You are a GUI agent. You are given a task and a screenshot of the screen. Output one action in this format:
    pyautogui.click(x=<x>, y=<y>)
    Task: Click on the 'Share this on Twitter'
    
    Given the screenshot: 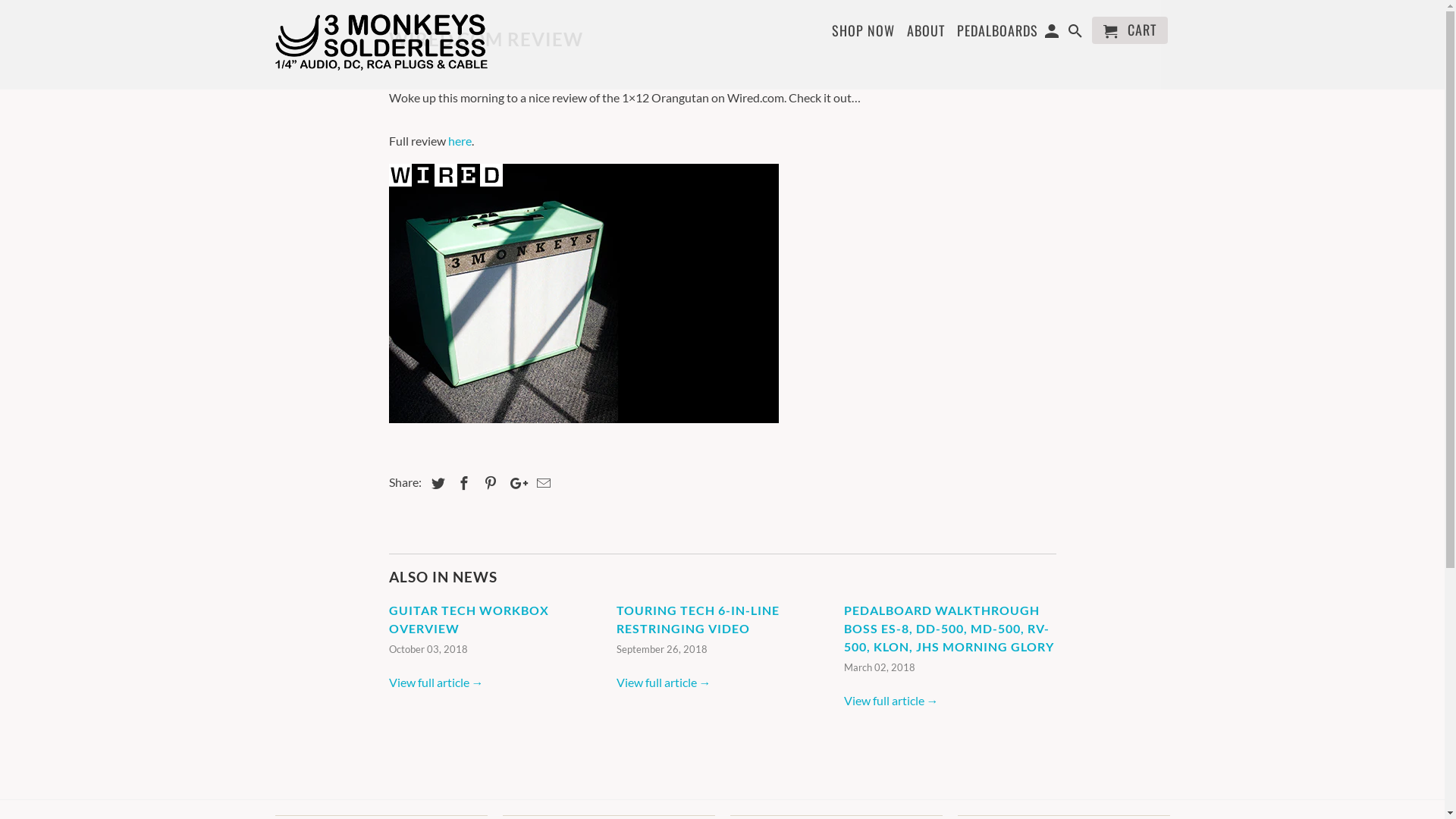 What is the action you would take?
    pyautogui.click(x=435, y=482)
    